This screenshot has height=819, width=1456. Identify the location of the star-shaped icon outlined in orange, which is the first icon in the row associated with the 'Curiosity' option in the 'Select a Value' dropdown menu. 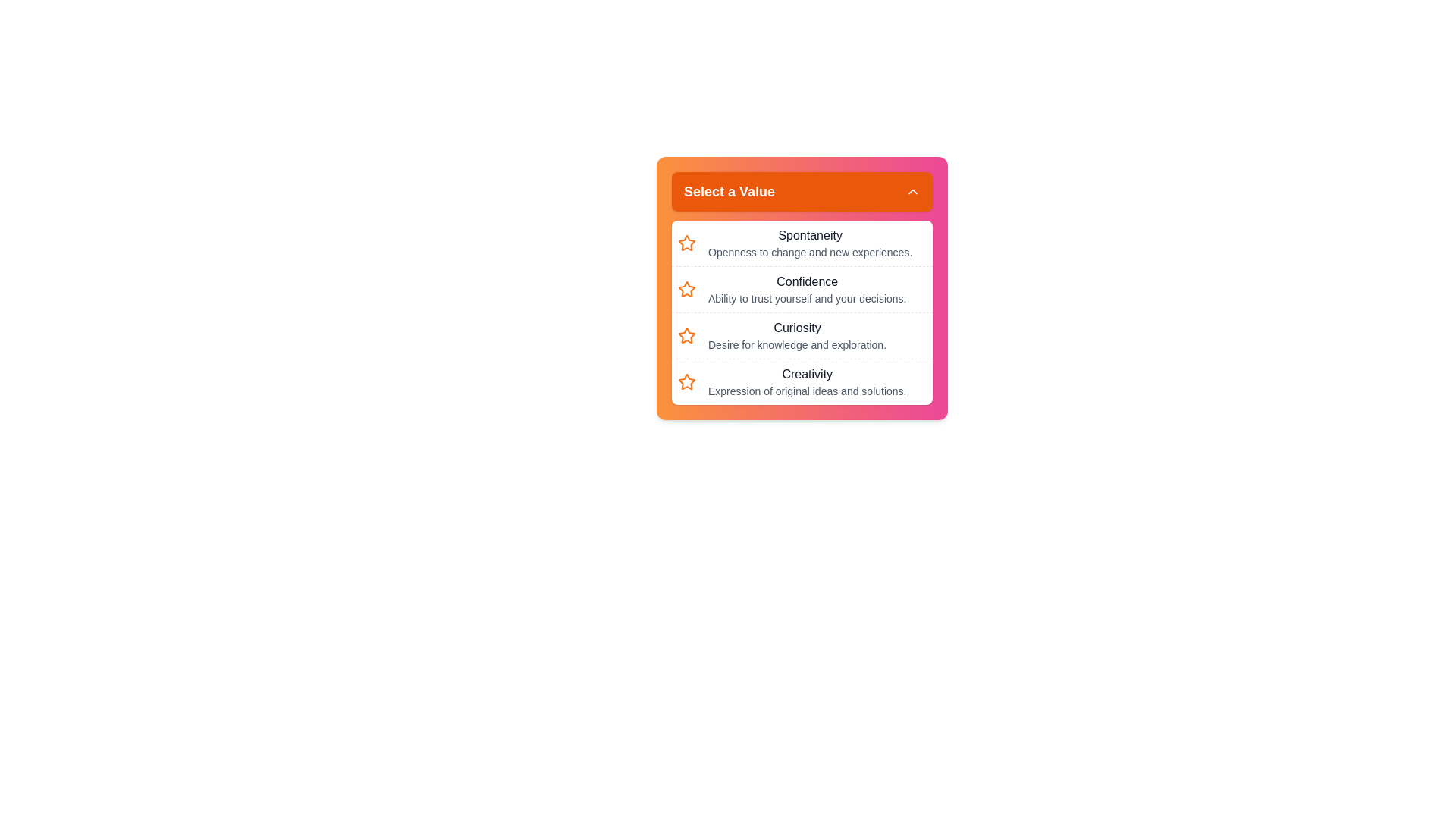
(686, 335).